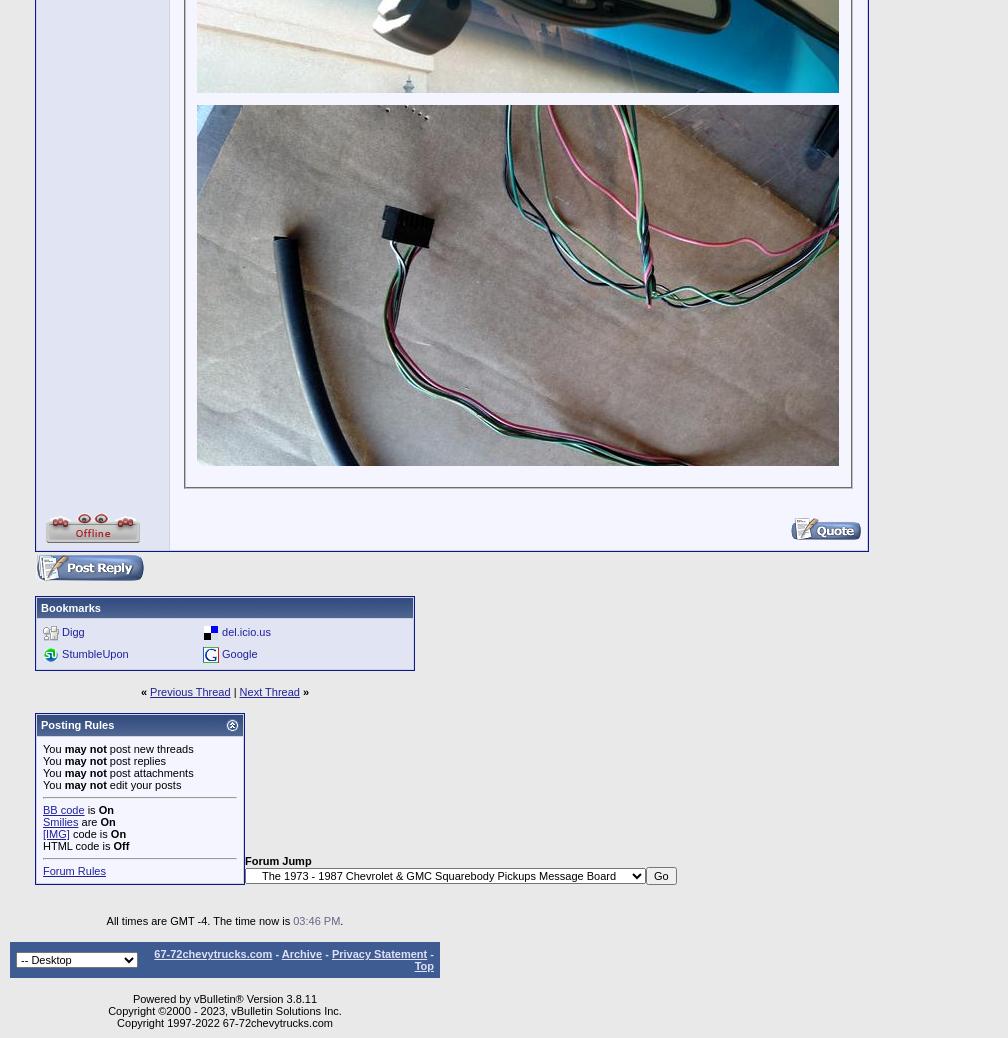 The width and height of the screenshot is (1008, 1038). I want to click on 'BB code', so click(43, 809).